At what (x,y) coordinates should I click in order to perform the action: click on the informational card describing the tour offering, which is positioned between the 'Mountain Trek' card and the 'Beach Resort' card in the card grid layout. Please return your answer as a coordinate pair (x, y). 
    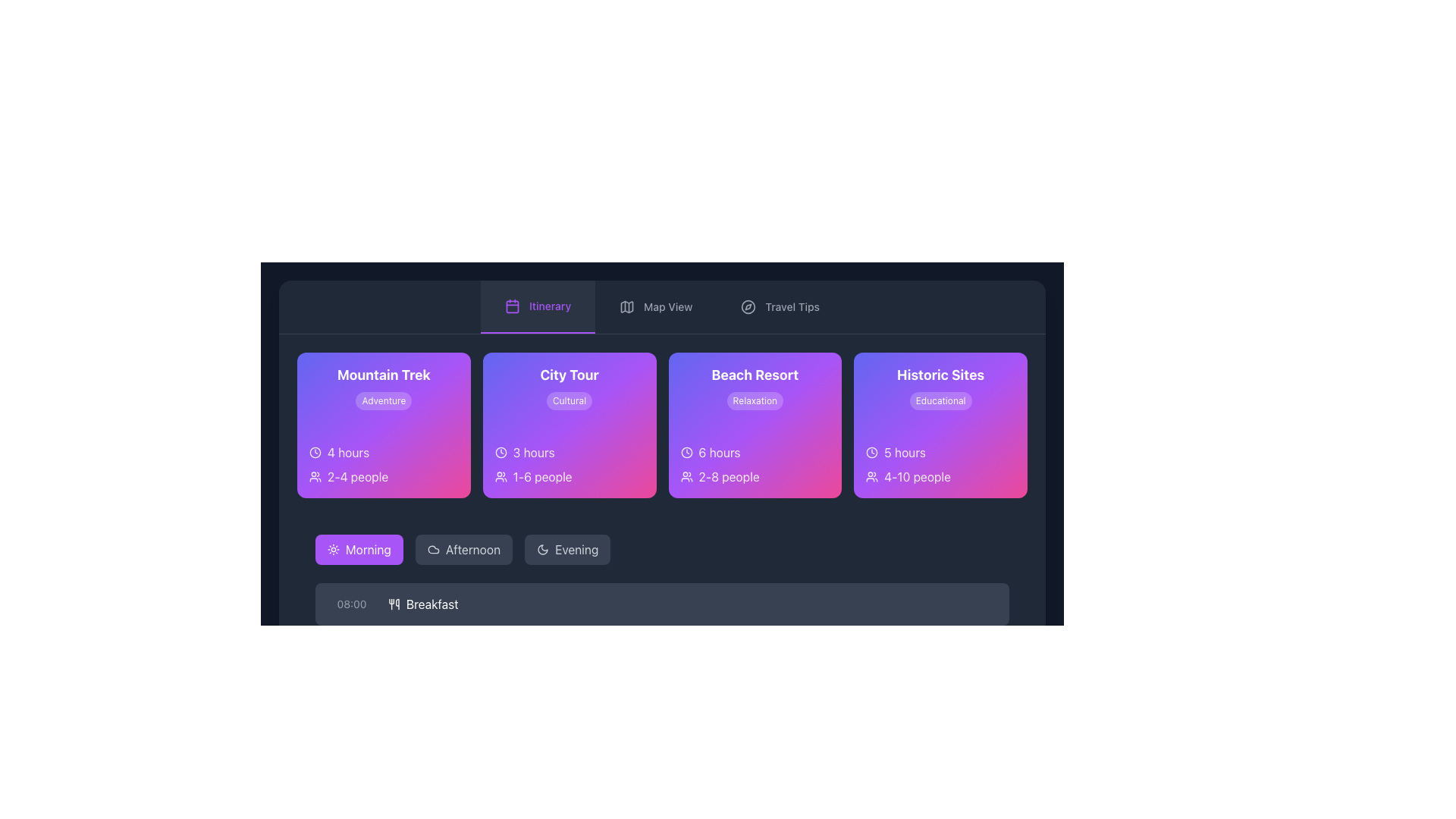
    Looking at the image, I should click on (569, 425).